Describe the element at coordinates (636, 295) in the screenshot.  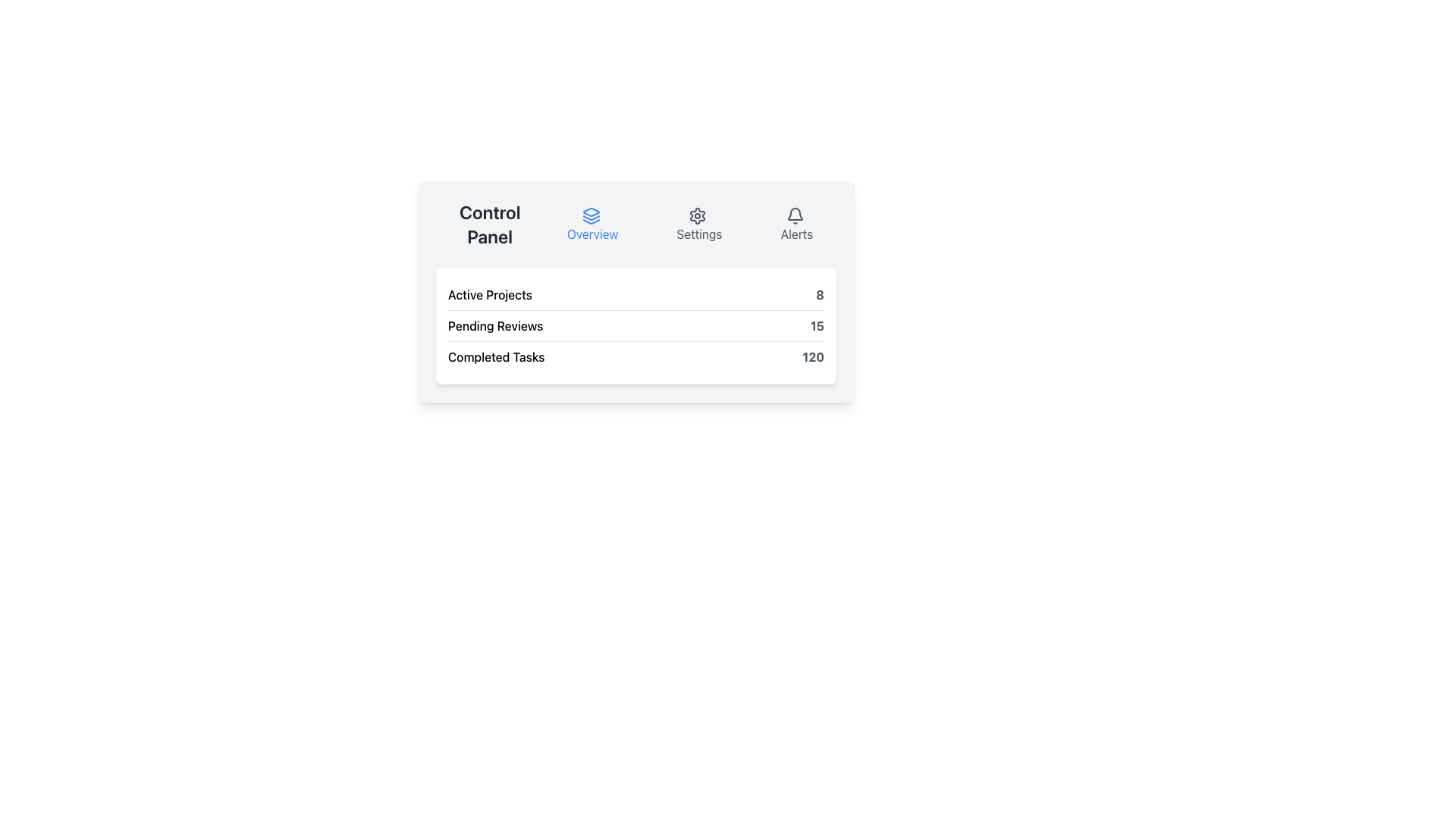
I see `Label with numerical indicator that shows the count of active projects, located in the Control Panel, for styling or data` at that location.